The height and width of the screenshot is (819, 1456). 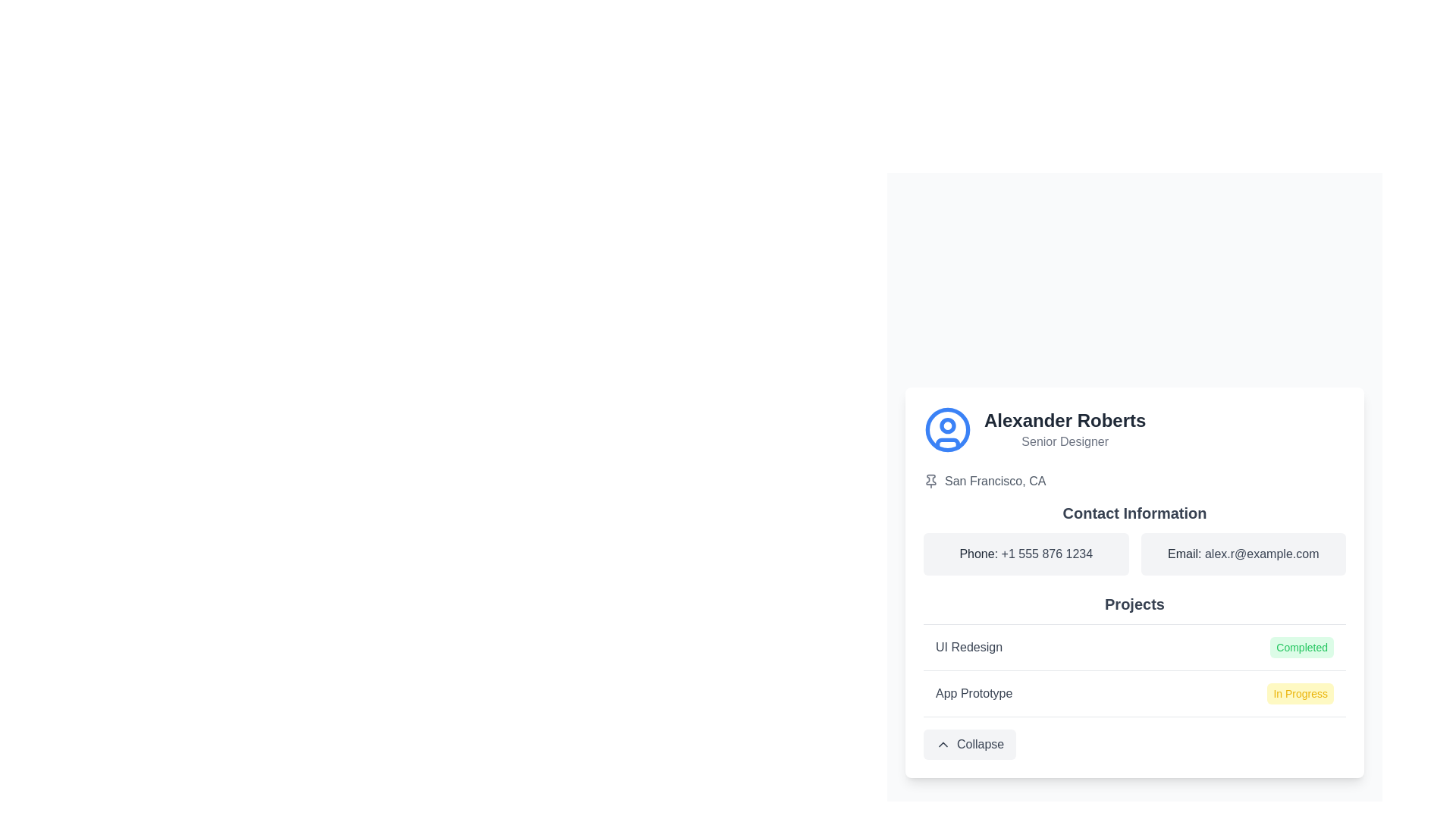 I want to click on the bold, large, dark-colored text that reads 'Alexander Roberts', which is centered above 'Senior Designer' and aligned with the avatar image, so click(x=1064, y=420).